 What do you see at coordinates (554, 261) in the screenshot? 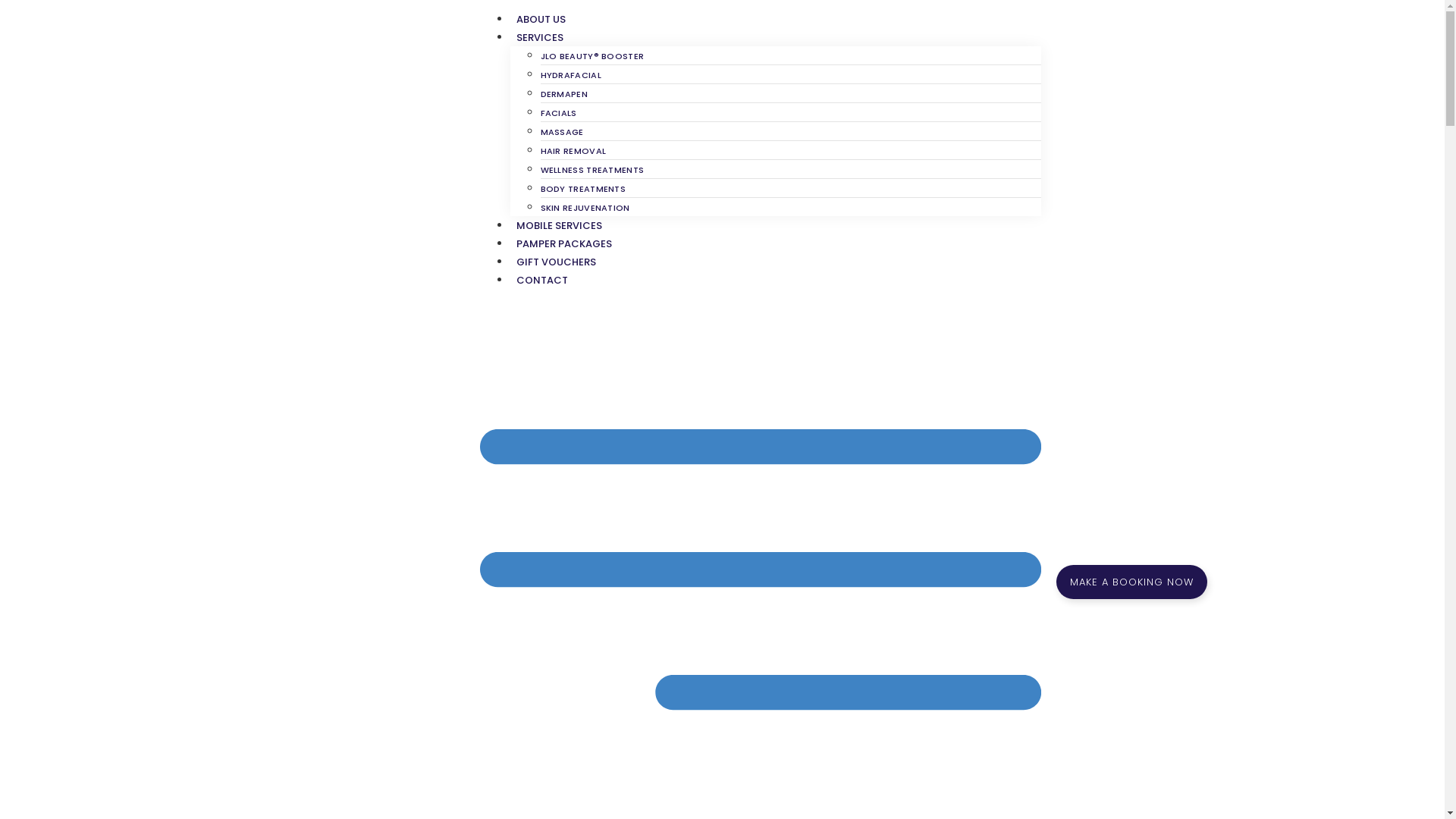
I see `'GIFT VOUCHERS'` at bounding box center [554, 261].